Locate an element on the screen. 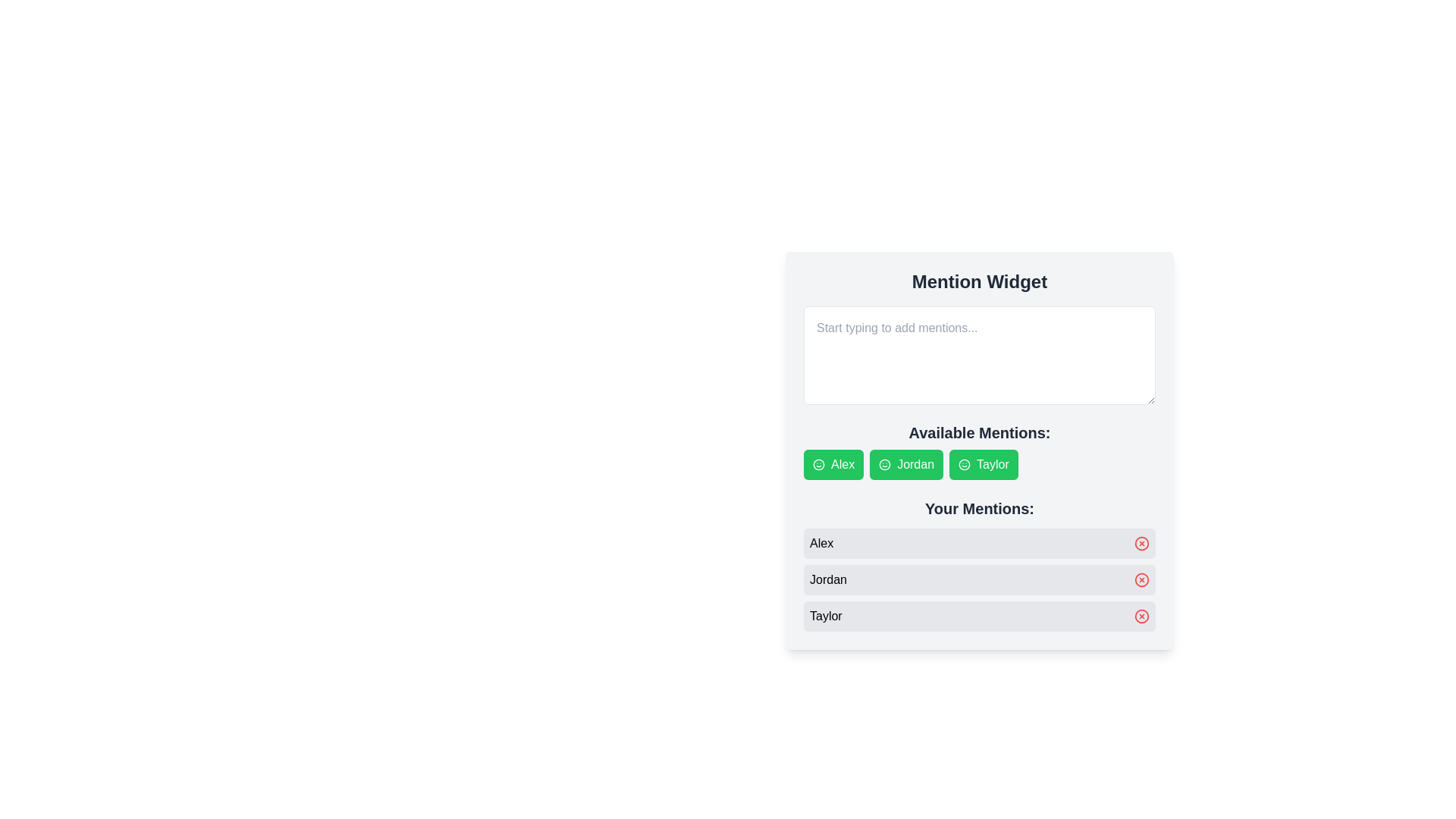  circular SVG component located within the 'Alex' icon in the 'Available Mentions' section by using developer tools is located at coordinates (818, 464).